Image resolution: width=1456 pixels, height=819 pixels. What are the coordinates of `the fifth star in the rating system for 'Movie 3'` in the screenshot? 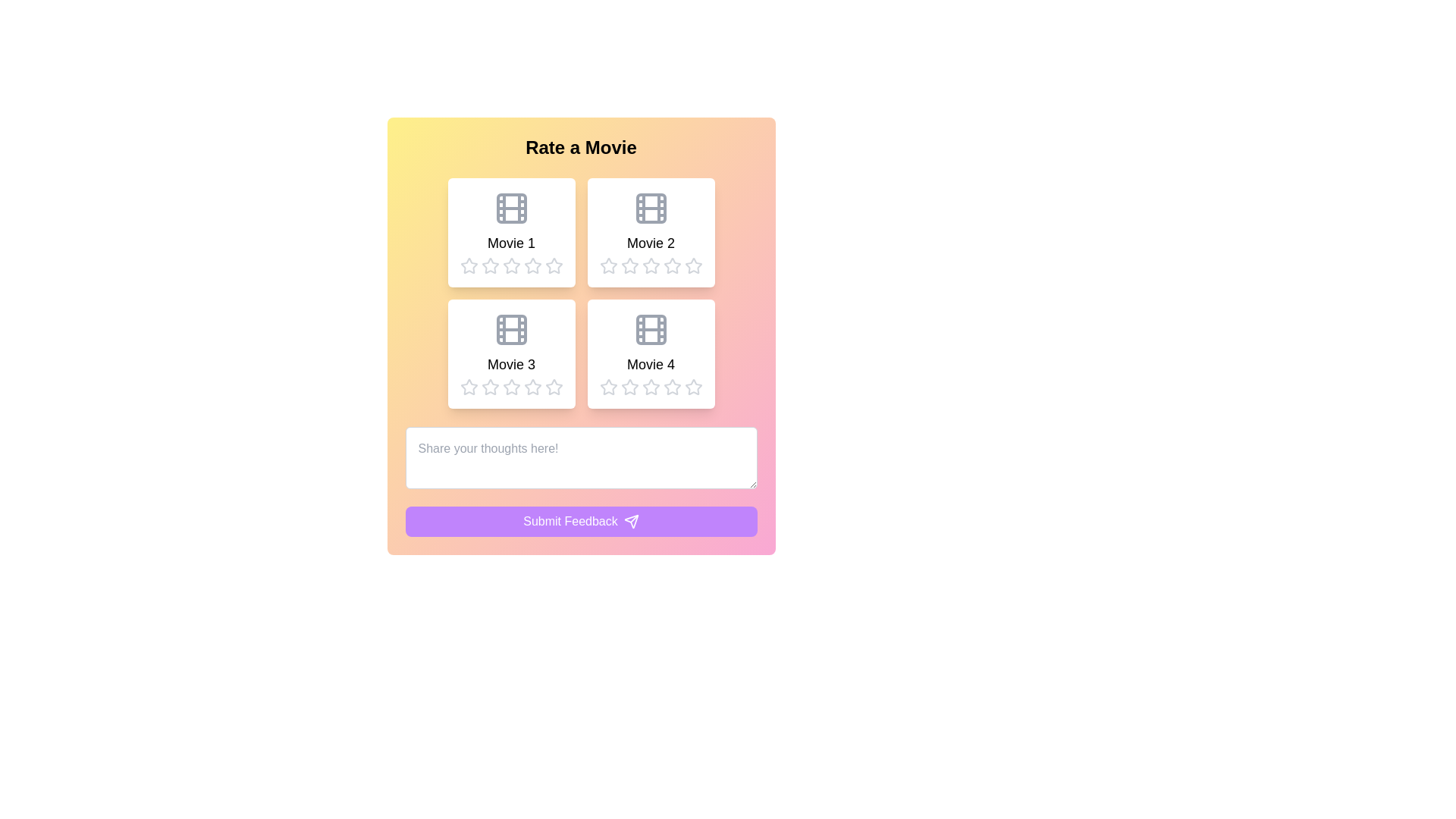 It's located at (532, 386).